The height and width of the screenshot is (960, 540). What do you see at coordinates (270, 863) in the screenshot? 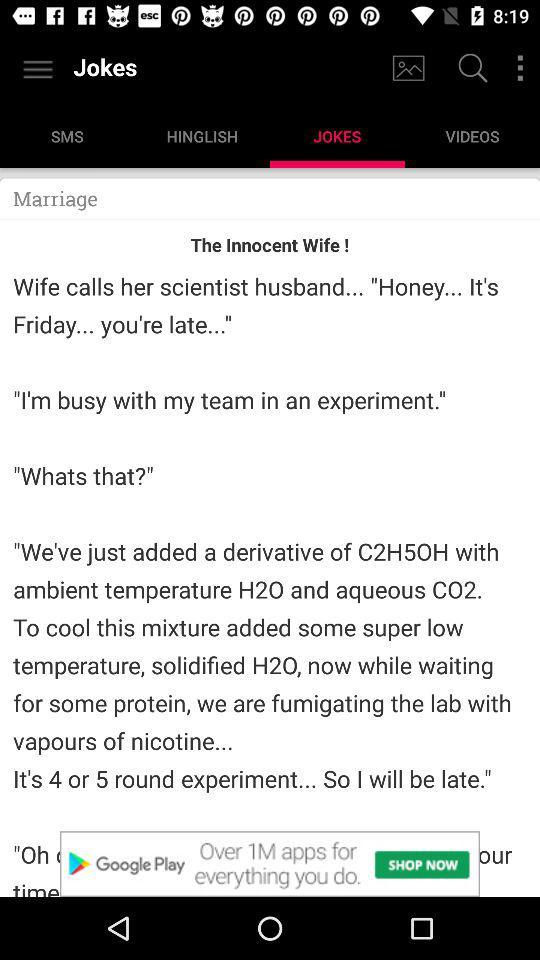
I see `access advertisement` at bounding box center [270, 863].